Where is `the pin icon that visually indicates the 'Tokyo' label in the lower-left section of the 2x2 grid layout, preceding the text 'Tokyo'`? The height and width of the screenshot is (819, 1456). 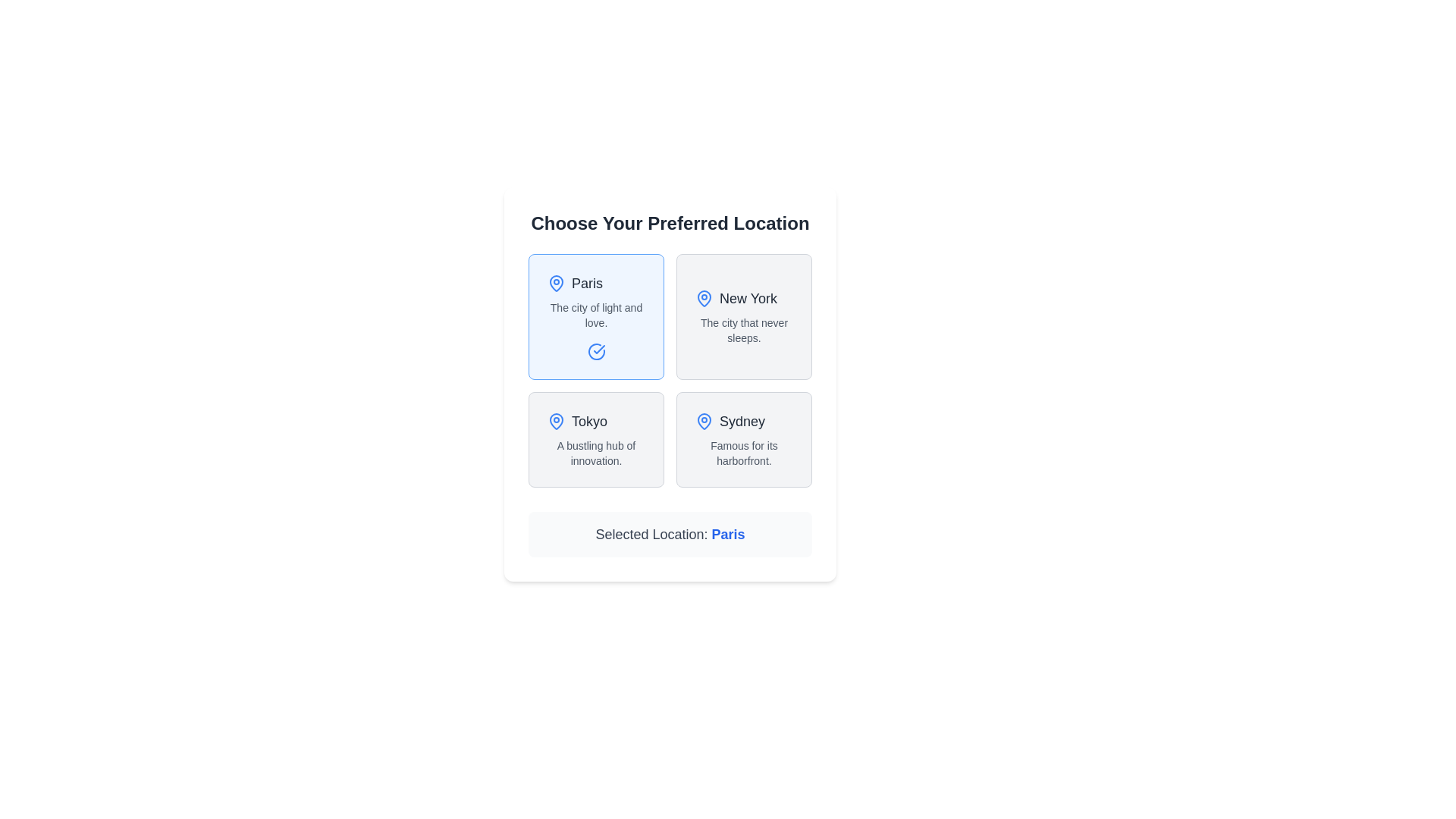
the pin icon that visually indicates the 'Tokyo' label in the lower-left section of the 2x2 grid layout, preceding the text 'Tokyo' is located at coordinates (556, 421).